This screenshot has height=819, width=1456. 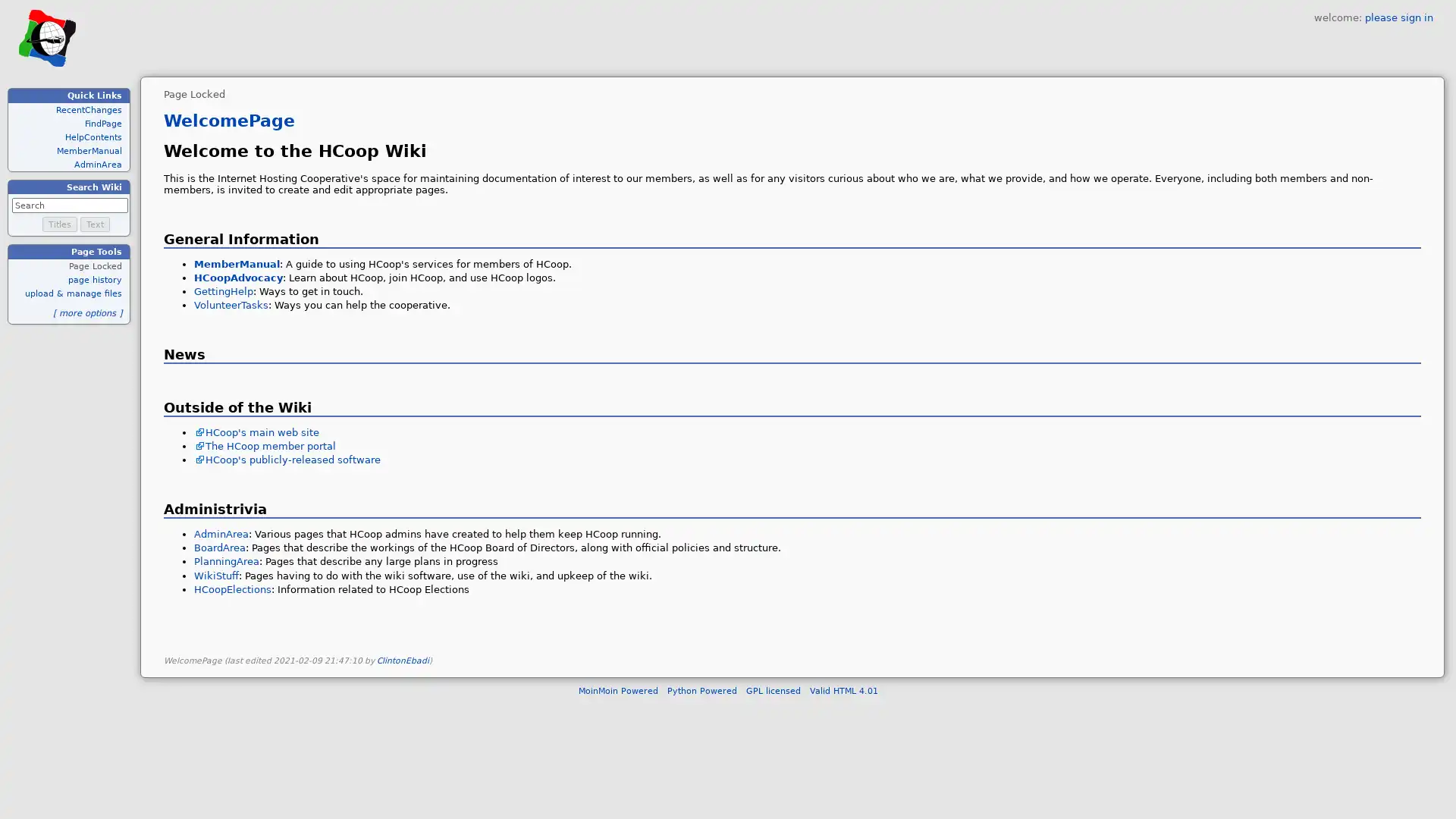 What do you see at coordinates (94, 224) in the screenshot?
I see `Text` at bounding box center [94, 224].